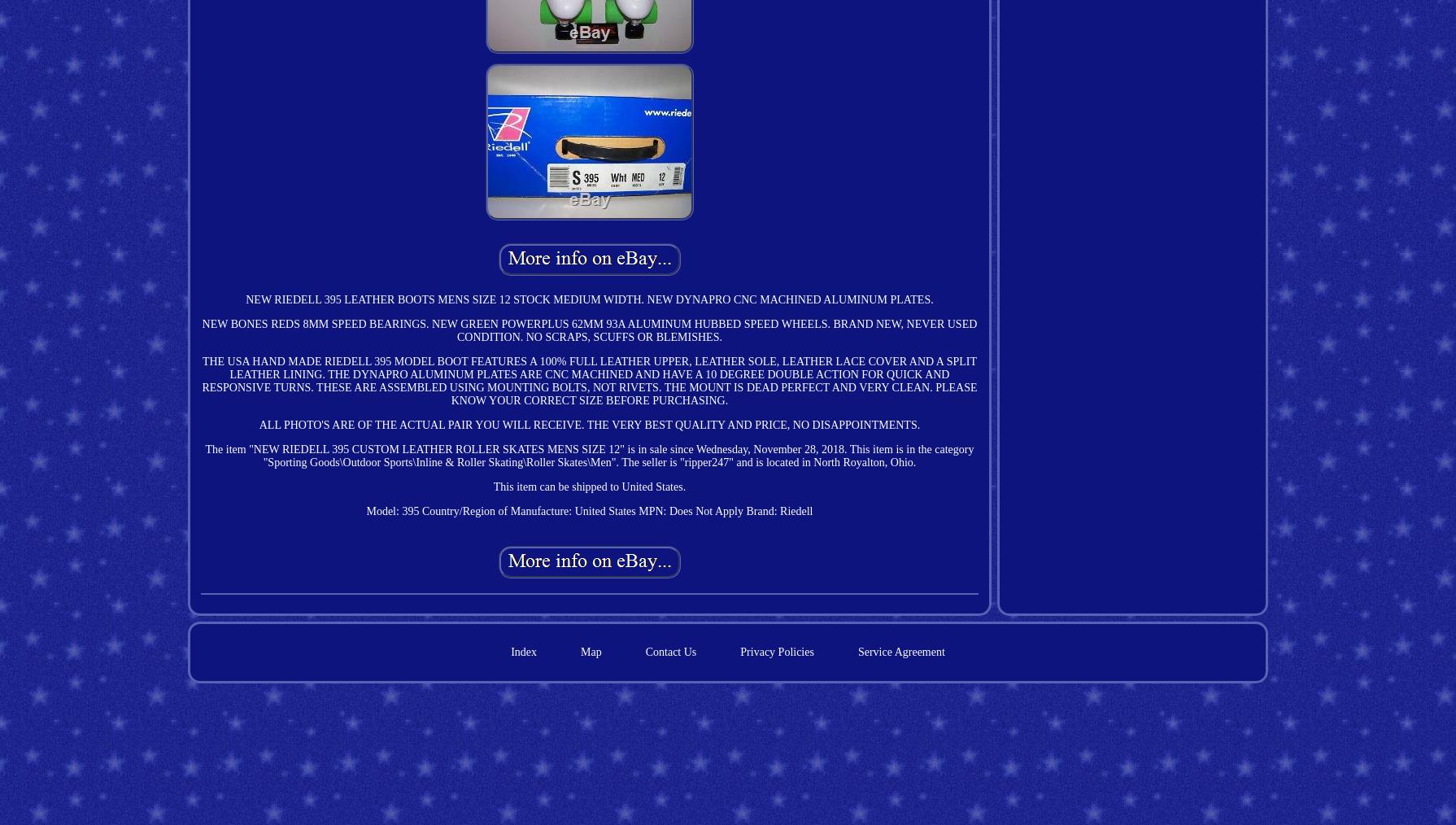  I want to click on 'This item can be shipped to United States.', so click(588, 486).